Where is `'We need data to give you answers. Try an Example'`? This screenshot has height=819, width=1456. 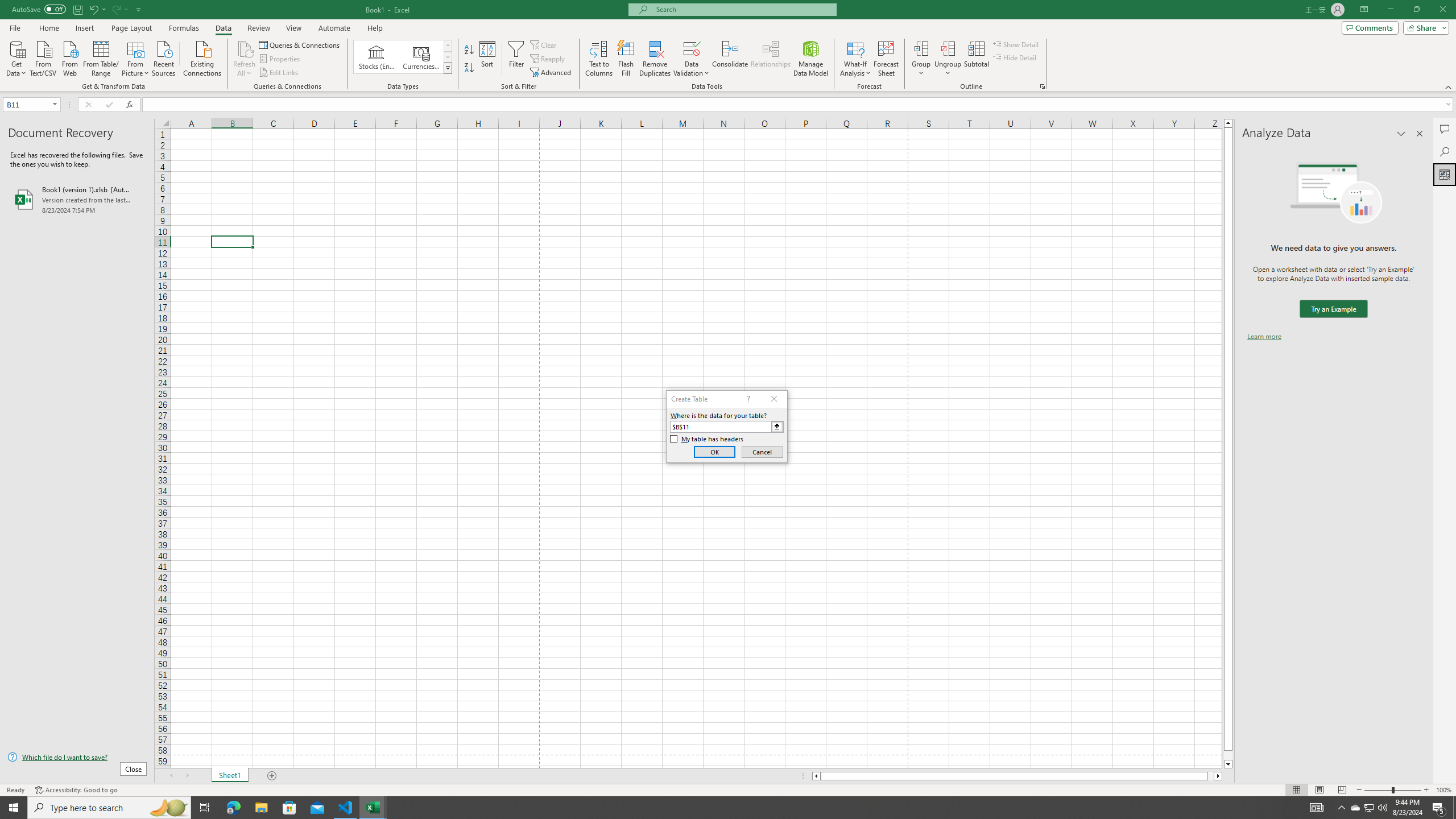 'We need data to give you answers. Try an Example' is located at coordinates (1333, 309).